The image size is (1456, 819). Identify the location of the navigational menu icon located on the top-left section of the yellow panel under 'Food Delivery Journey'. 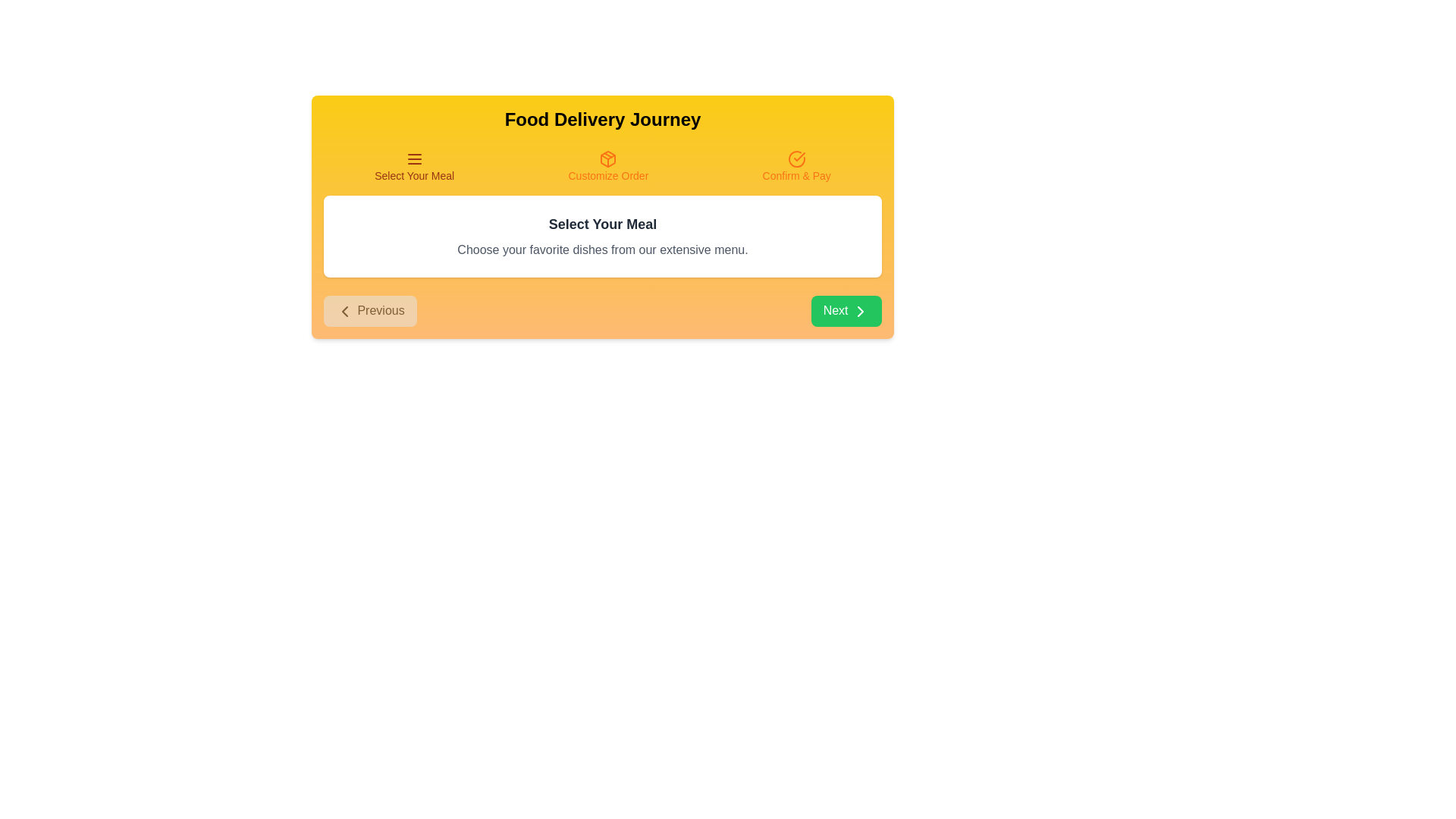
(414, 158).